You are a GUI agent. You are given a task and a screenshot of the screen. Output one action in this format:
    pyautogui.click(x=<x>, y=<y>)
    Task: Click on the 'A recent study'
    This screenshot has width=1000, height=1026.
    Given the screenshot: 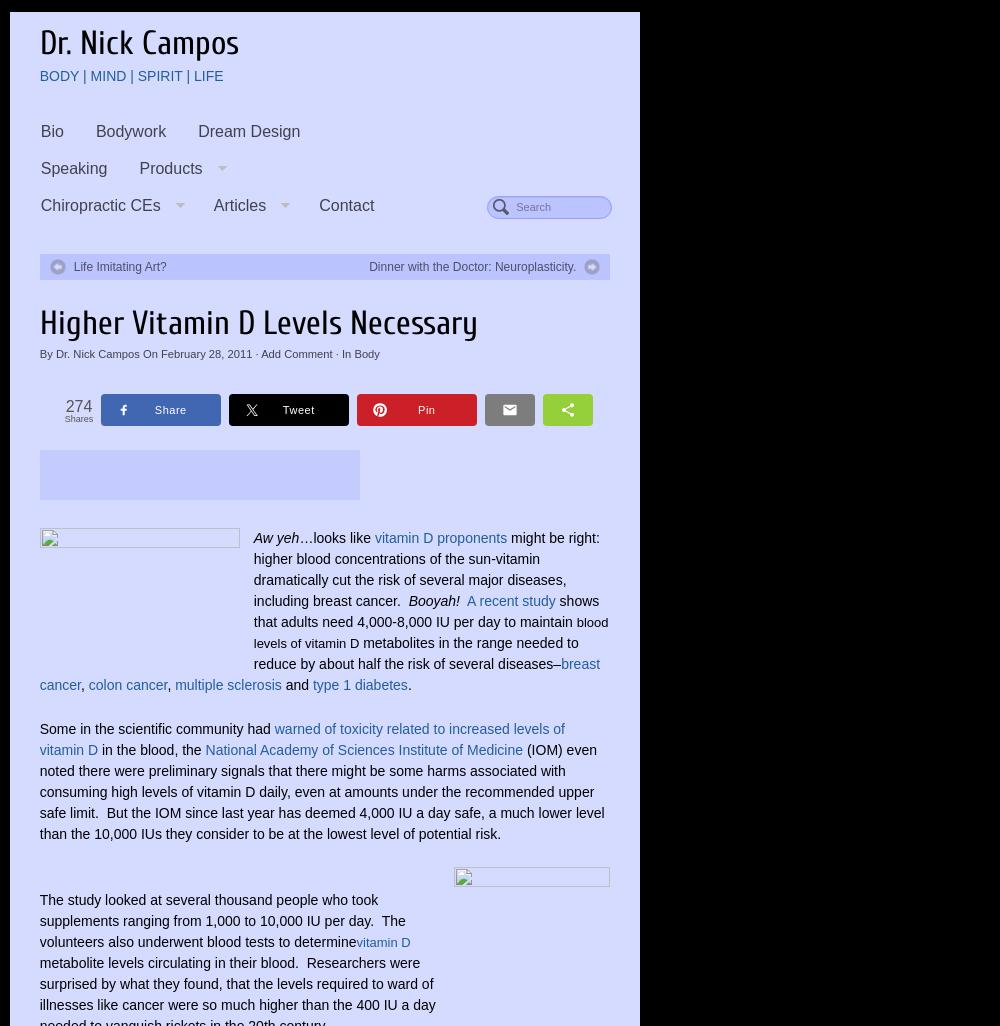 What is the action you would take?
    pyautogui.click(x=511, y=600)
    